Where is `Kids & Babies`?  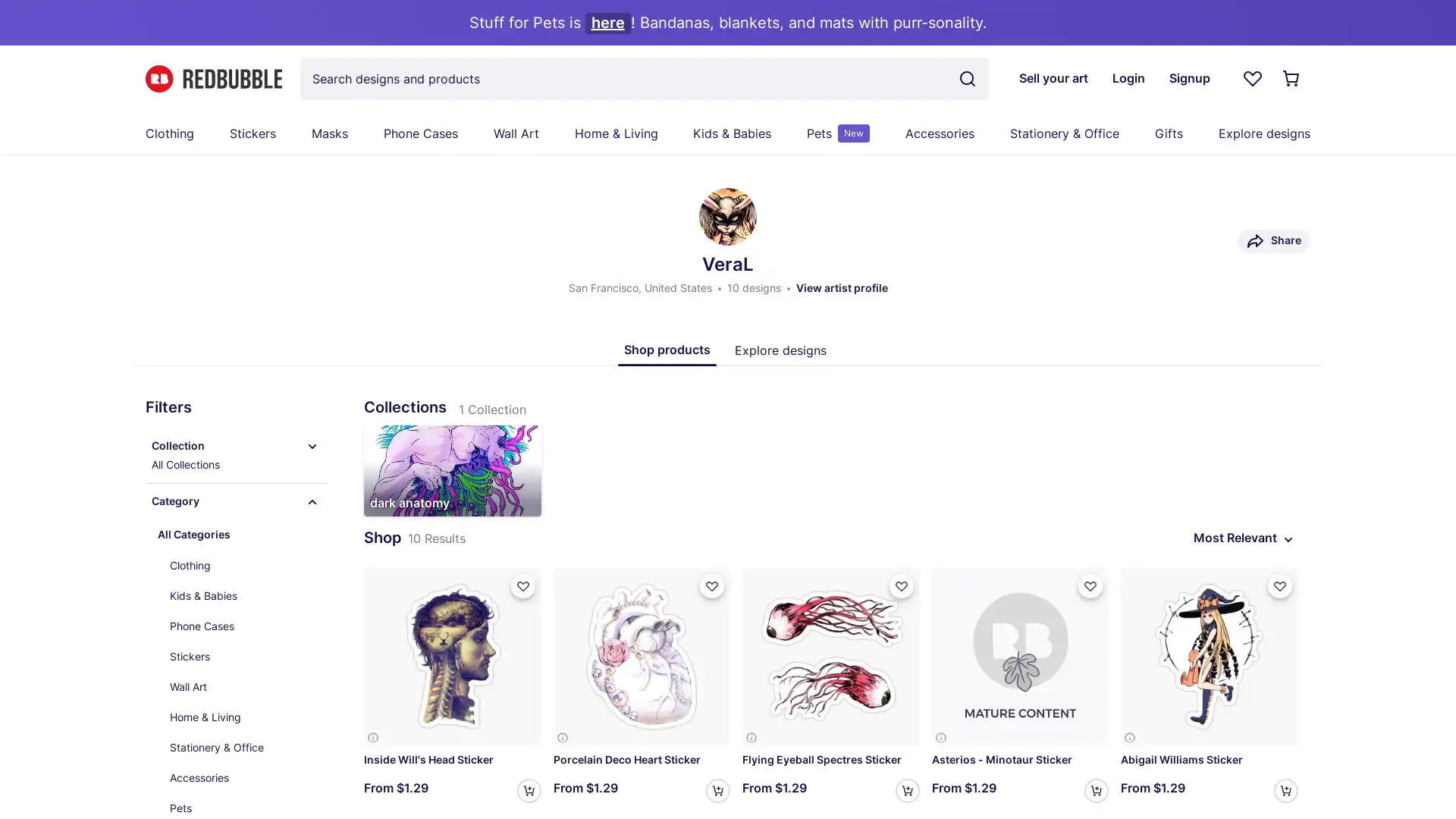
Kids & Babies is located at coordinates (243, 595).